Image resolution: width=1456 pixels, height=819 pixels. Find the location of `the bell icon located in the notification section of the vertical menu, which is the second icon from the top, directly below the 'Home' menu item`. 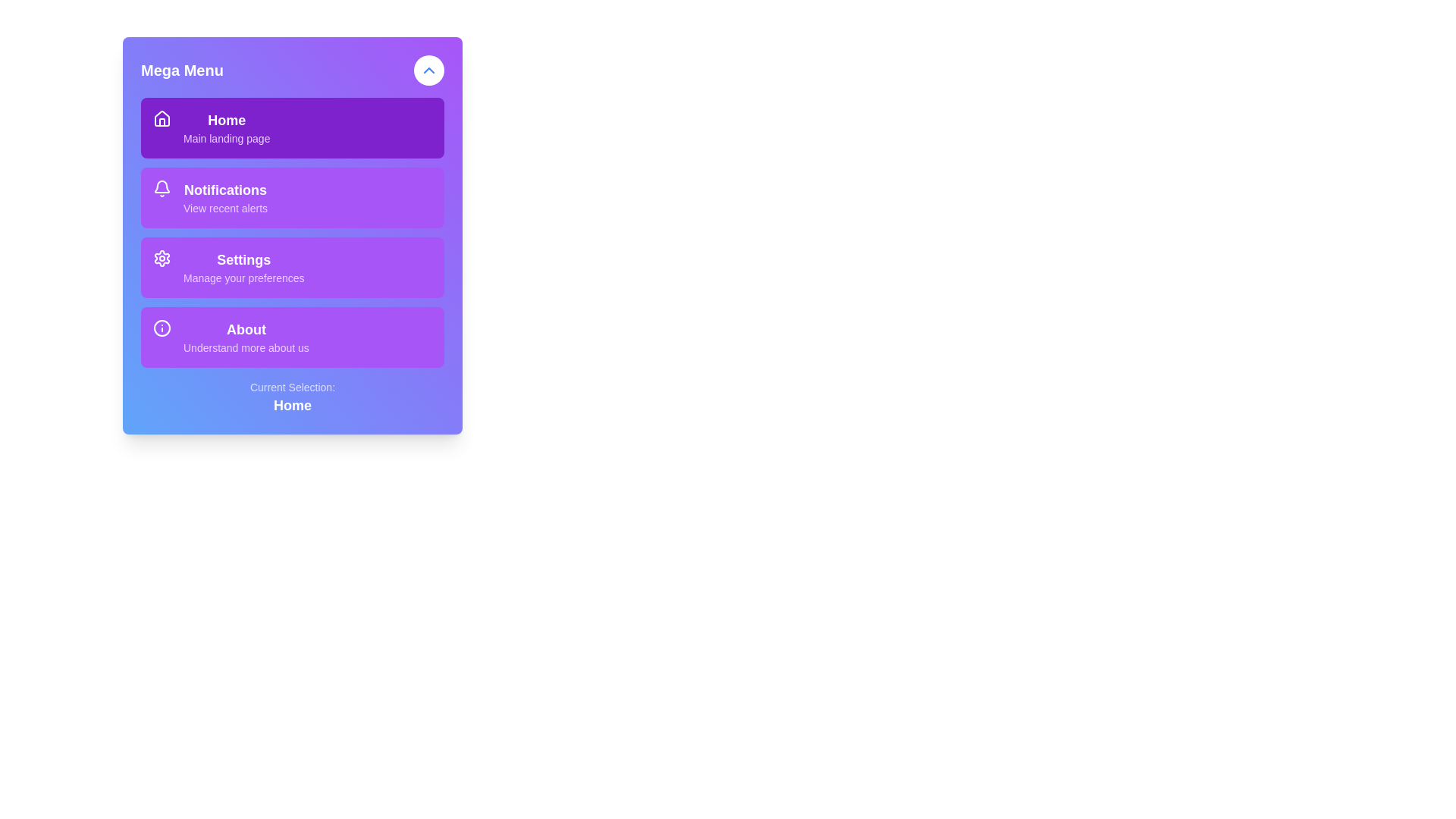

the bell icon located in the notification section of the vertical menu, which is the second icon from the top, directly below the 'Home' menu item is located at coordinates (162, 186).